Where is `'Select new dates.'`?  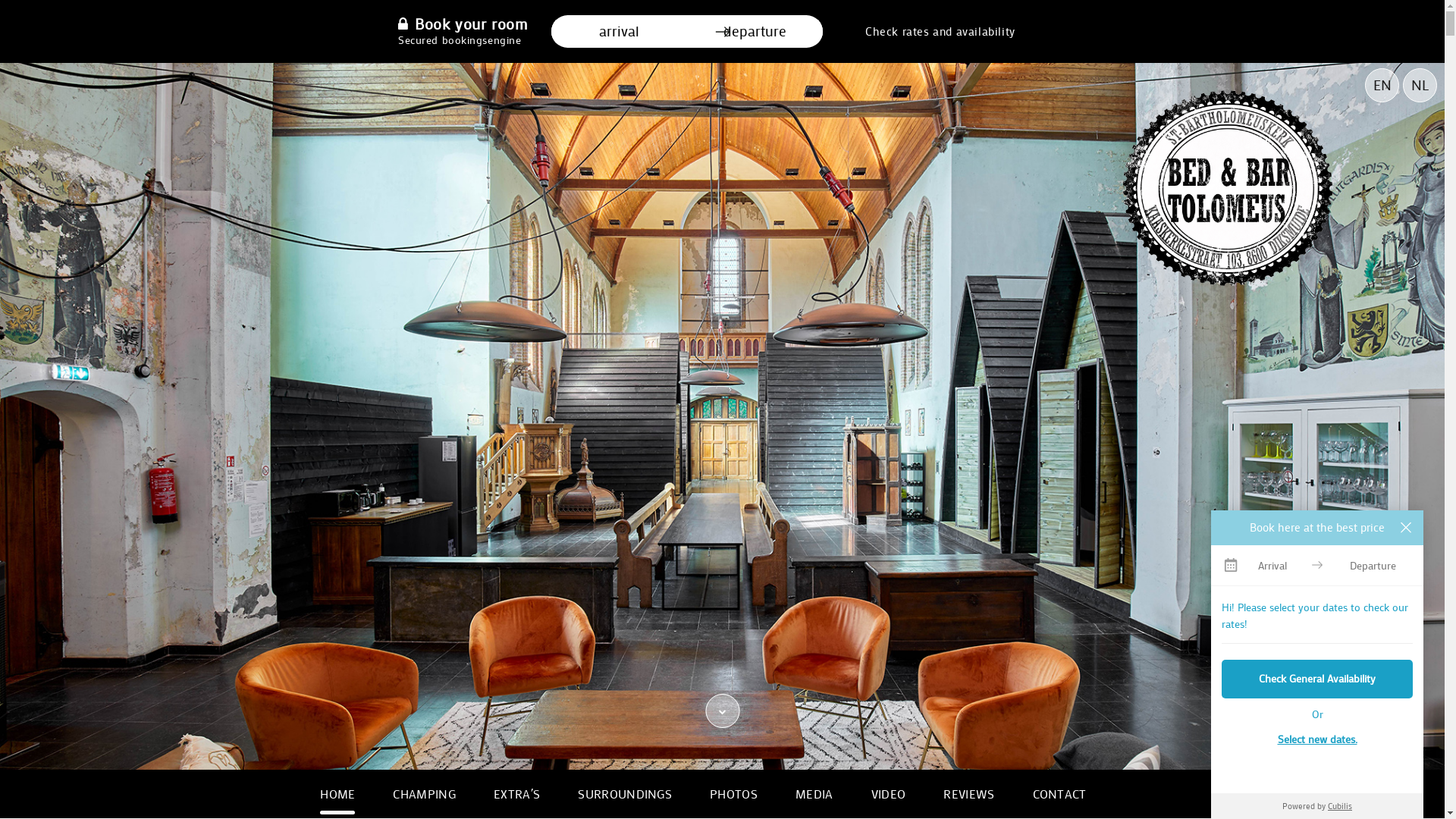 'Select new dates.' is located at coordinates (1316, 739).